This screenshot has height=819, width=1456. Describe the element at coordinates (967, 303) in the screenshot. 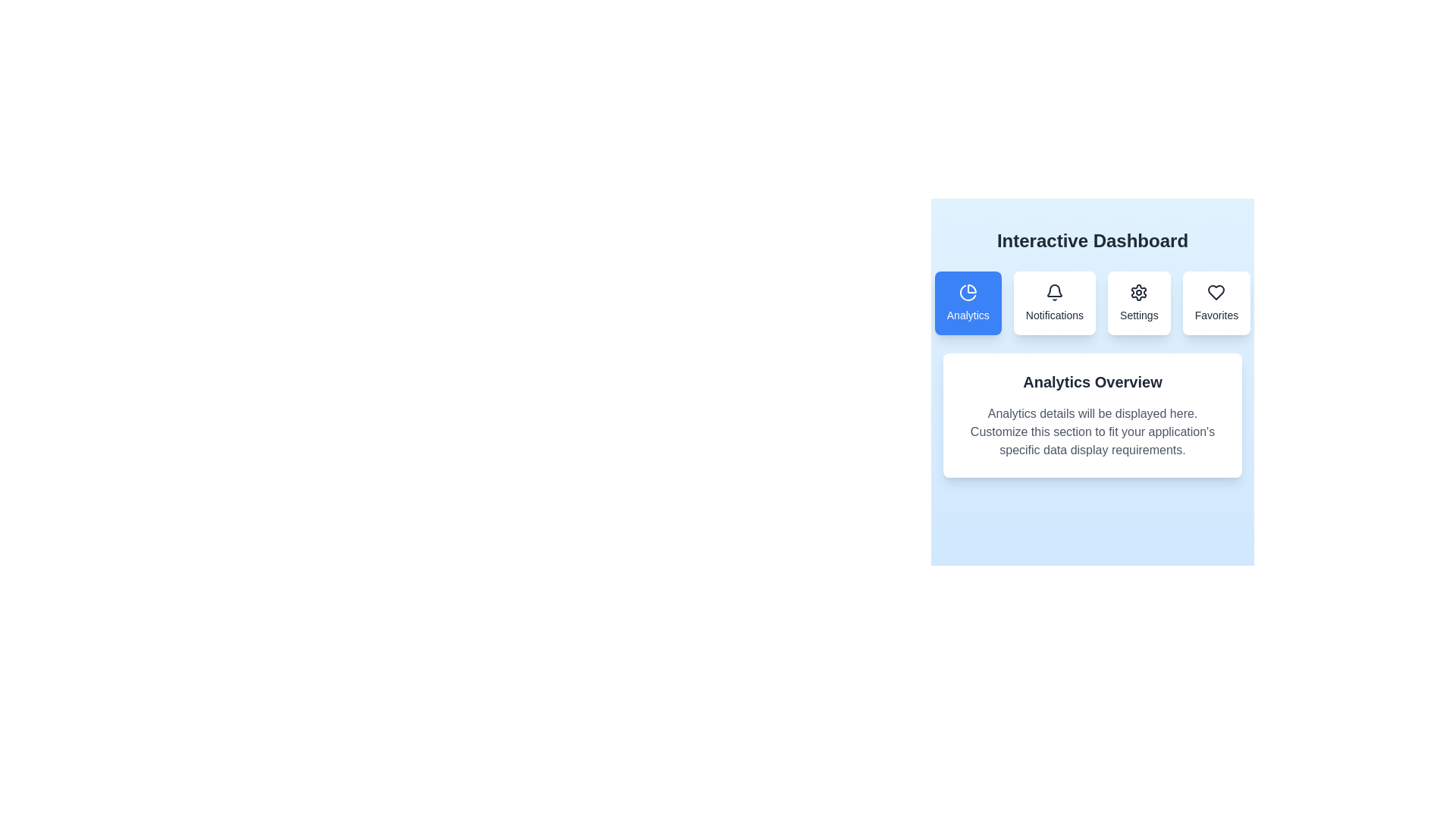

I see `the blue rounded button labeled 'Analytics'` at that location.